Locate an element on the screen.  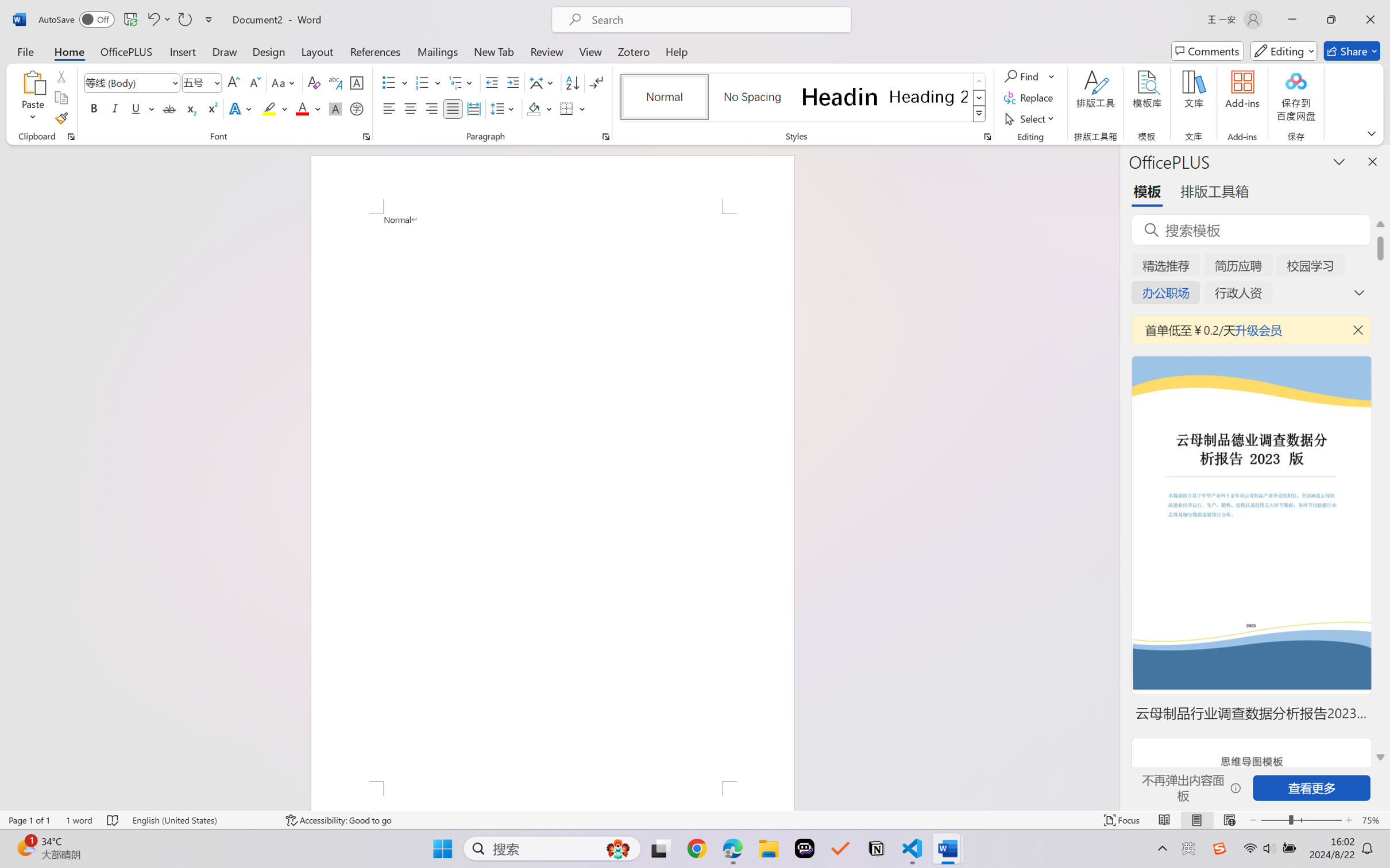
'Select' is located at coordinates (1031, 119).